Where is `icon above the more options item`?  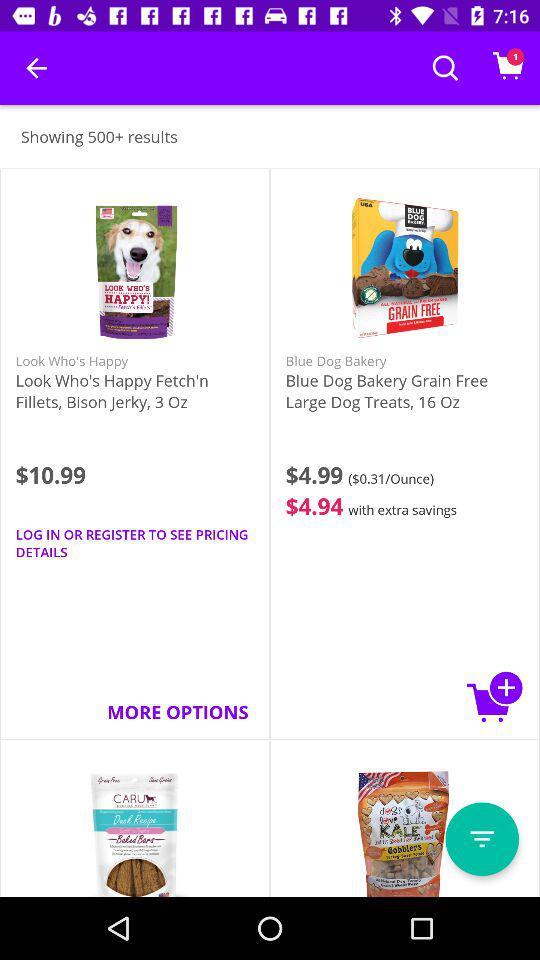
icon above the more options item is located at coordinates (135, 543).